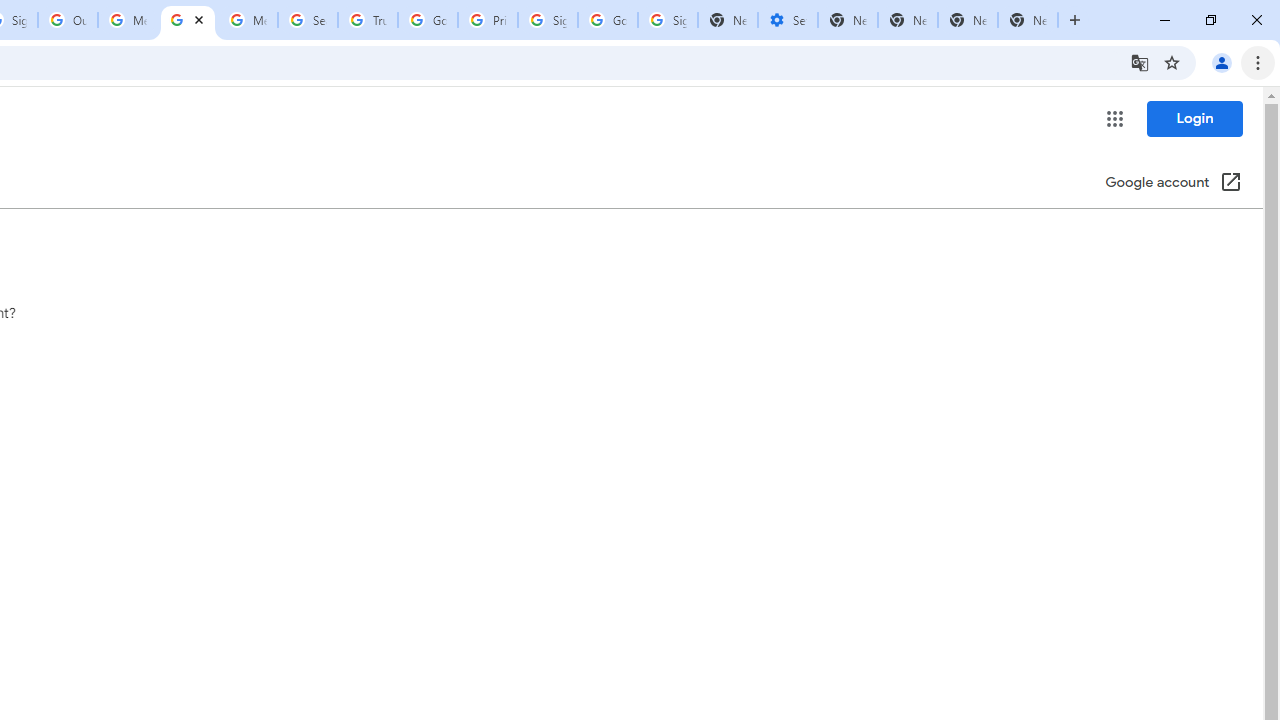 The image size is (1280, 720). I want to click on 'New Tab', so click(1028, 20).